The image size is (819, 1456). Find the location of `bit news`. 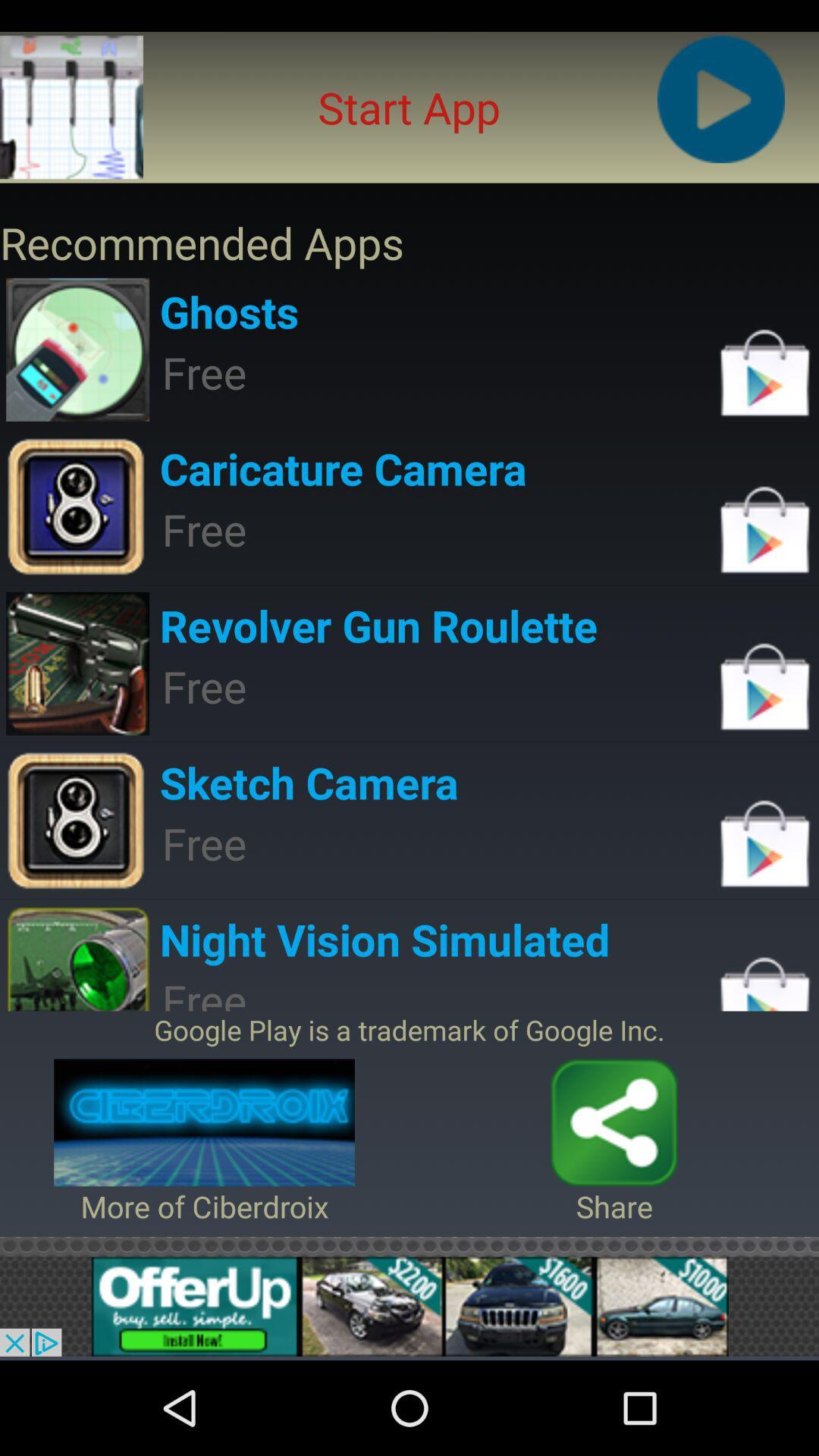

bit news is located at coordinates (409, 1306).